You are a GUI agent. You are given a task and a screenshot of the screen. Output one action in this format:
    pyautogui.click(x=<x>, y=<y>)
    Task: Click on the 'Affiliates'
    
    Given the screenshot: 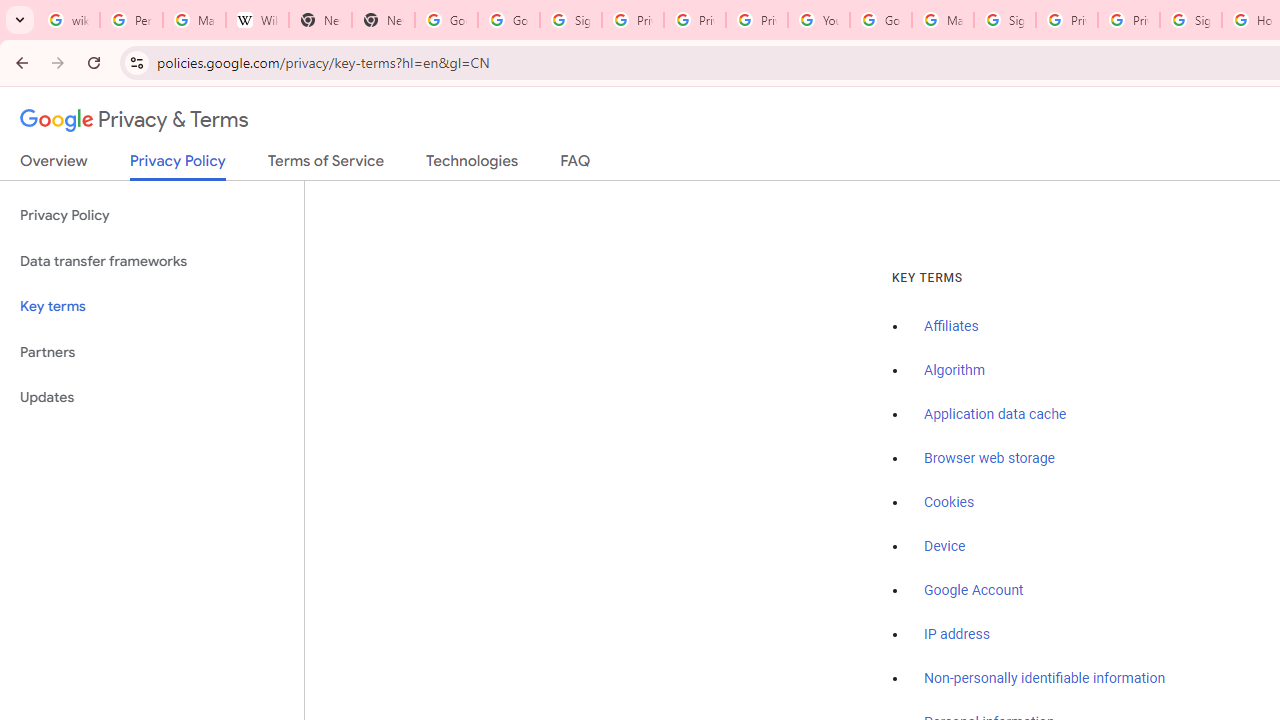 What is the action you would take?
    pyautogui.click(x=950, y=326)
    